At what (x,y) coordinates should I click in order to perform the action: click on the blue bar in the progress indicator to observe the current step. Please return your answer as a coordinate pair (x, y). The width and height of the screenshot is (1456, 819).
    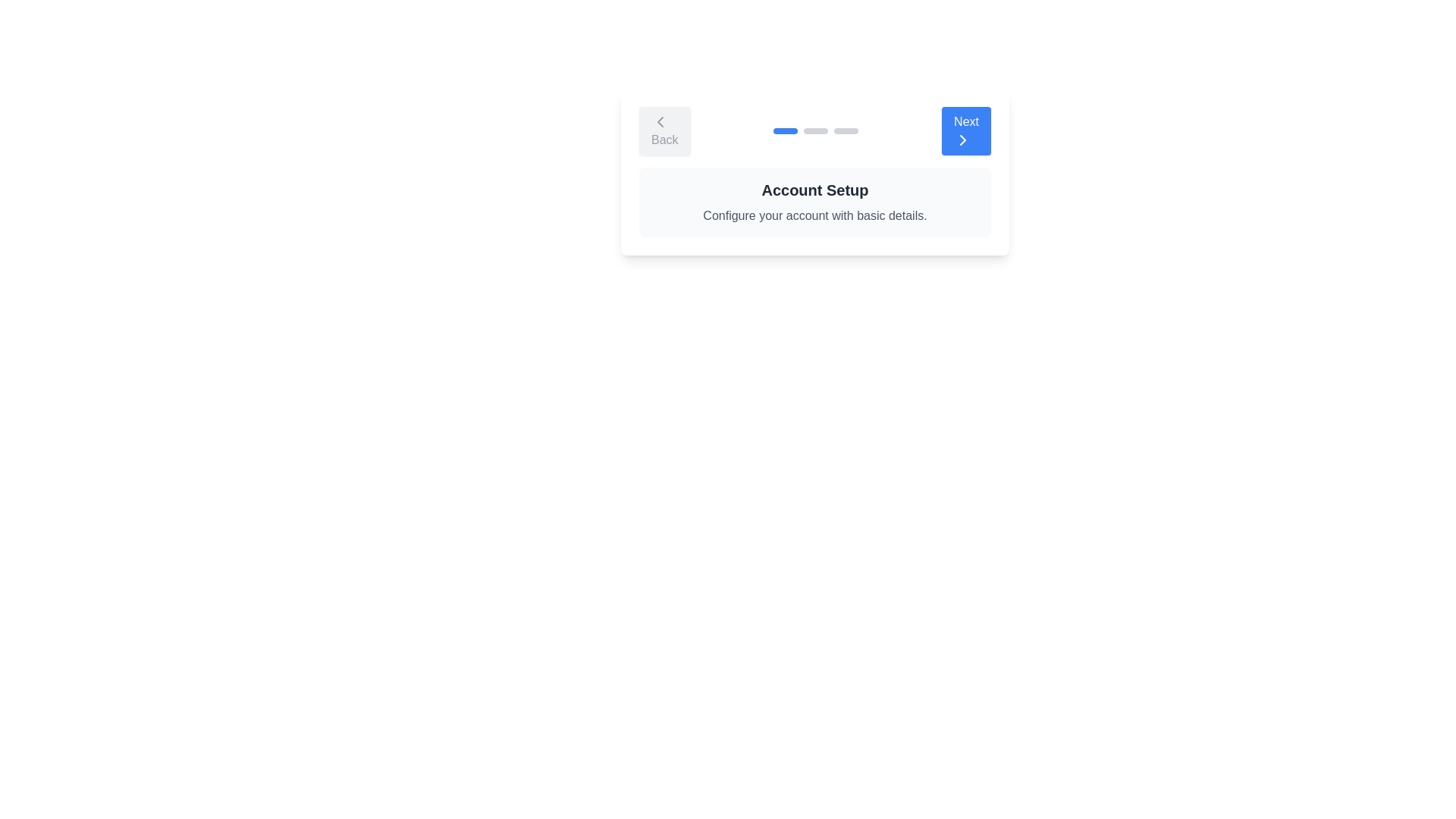
    Looking at the image, I should click on (786, 130).